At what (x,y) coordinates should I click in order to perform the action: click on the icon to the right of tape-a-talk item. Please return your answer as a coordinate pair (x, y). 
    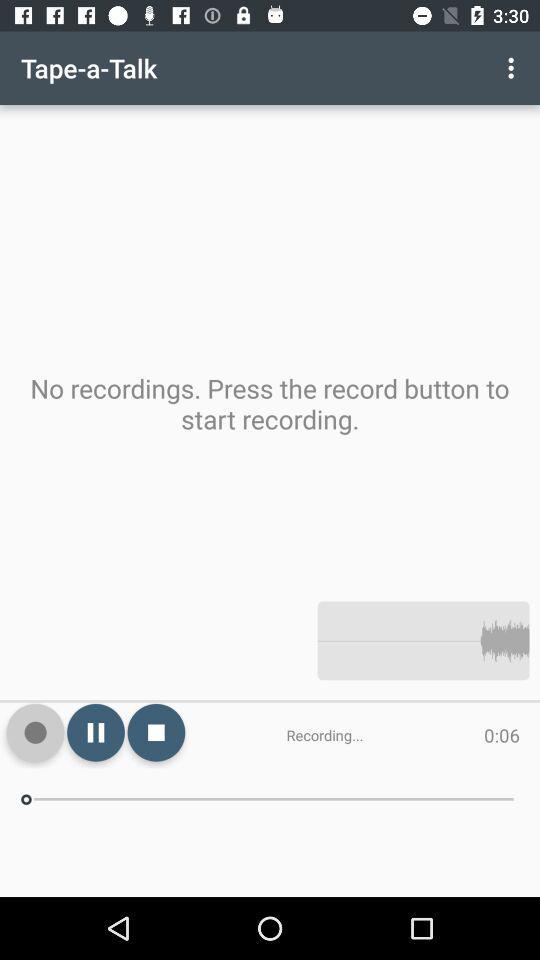
    Looking at the image, I should click on (513, 68).